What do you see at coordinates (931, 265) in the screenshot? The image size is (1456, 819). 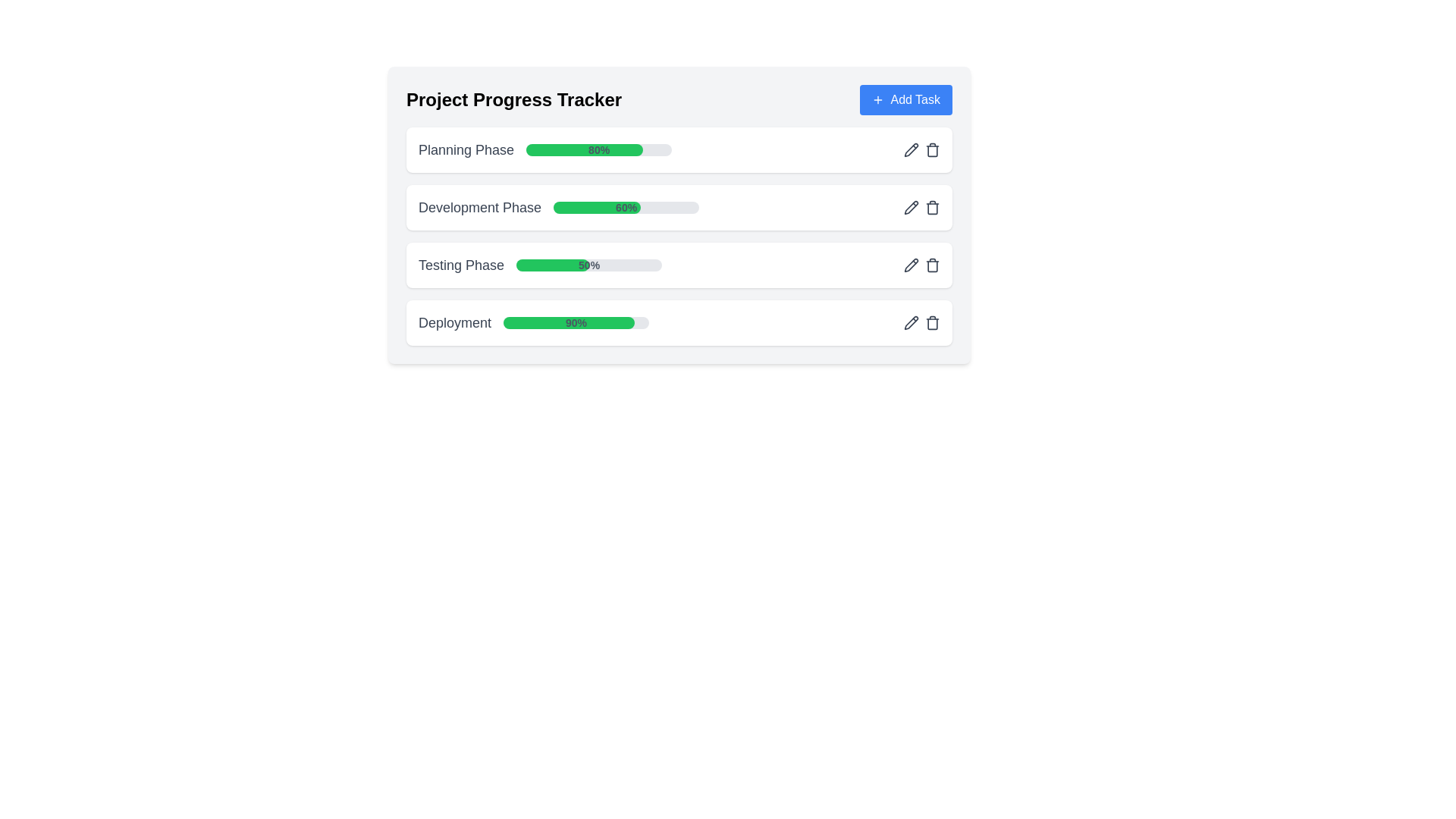 I see `the trash can icon button located at the end of the row labeled 'Testing Phase'` at bounding box center [931, 265].